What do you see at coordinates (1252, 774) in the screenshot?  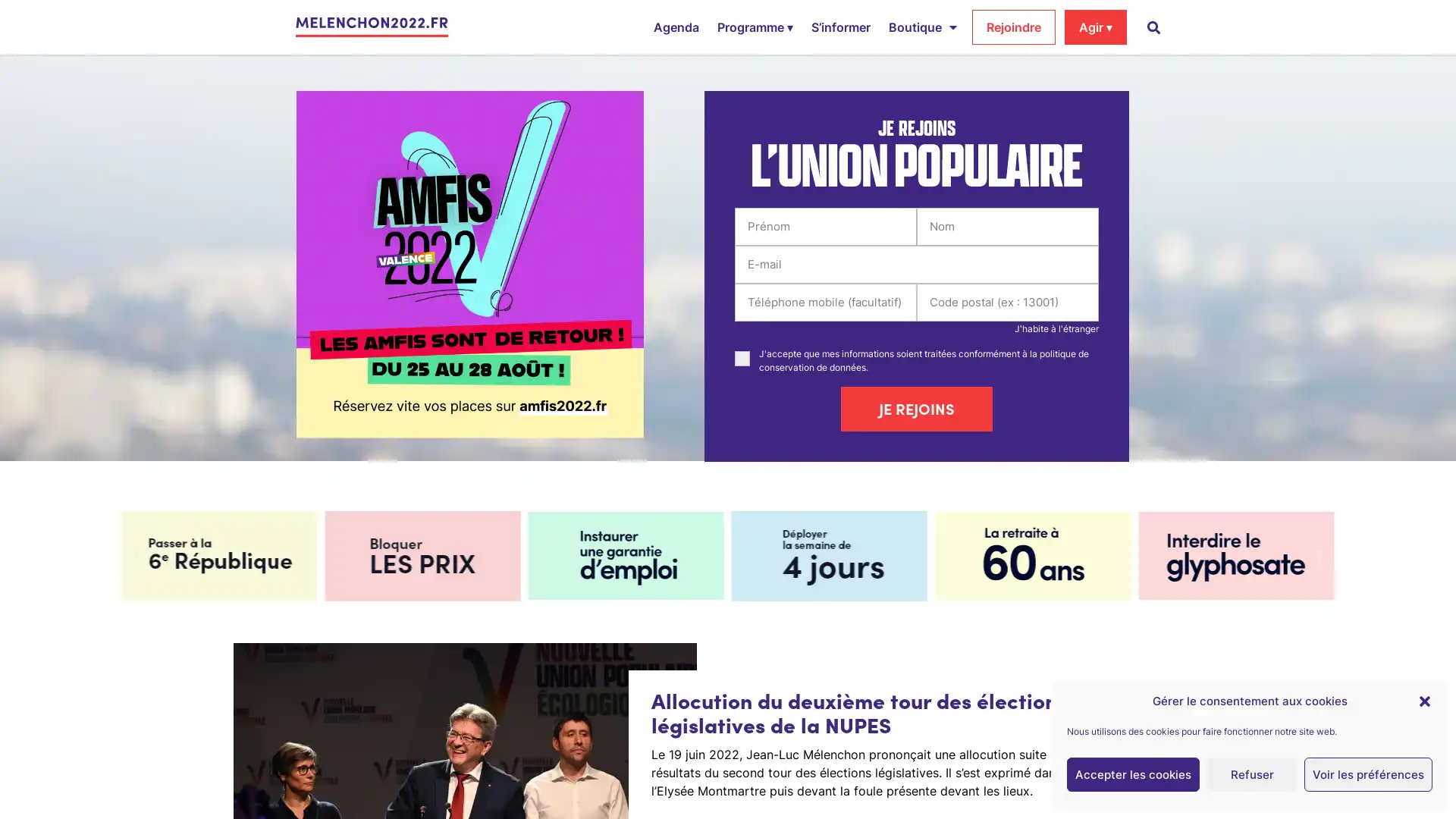 I see `Refuser` at bounding box center [1252, 774].